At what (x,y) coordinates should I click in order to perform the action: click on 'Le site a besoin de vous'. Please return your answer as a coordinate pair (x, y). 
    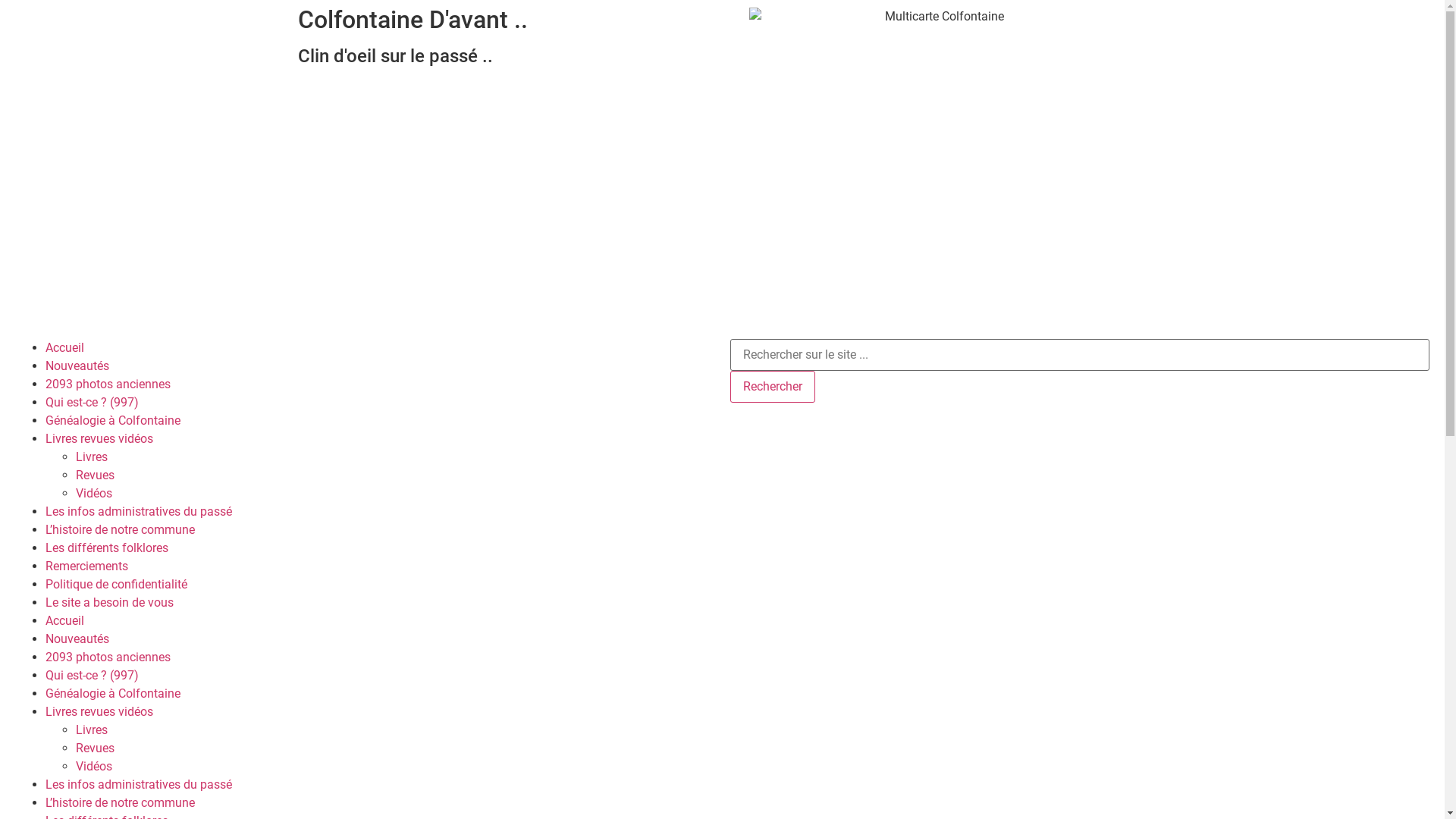
    Looking at the image, I should click on (45, 601).